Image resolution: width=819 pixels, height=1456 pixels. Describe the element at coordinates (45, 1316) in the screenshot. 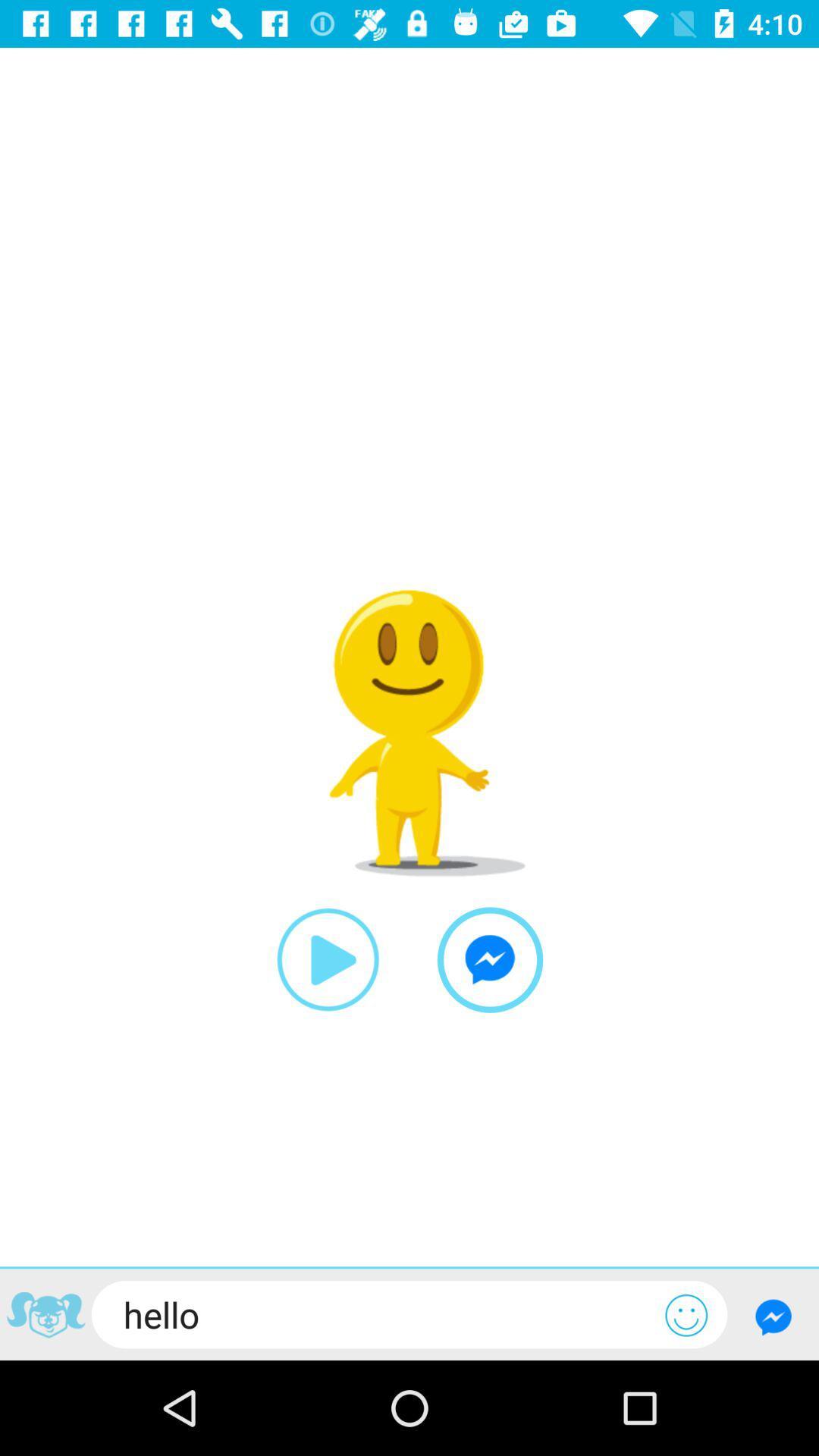

I see `the item next to the hello item` at that location.